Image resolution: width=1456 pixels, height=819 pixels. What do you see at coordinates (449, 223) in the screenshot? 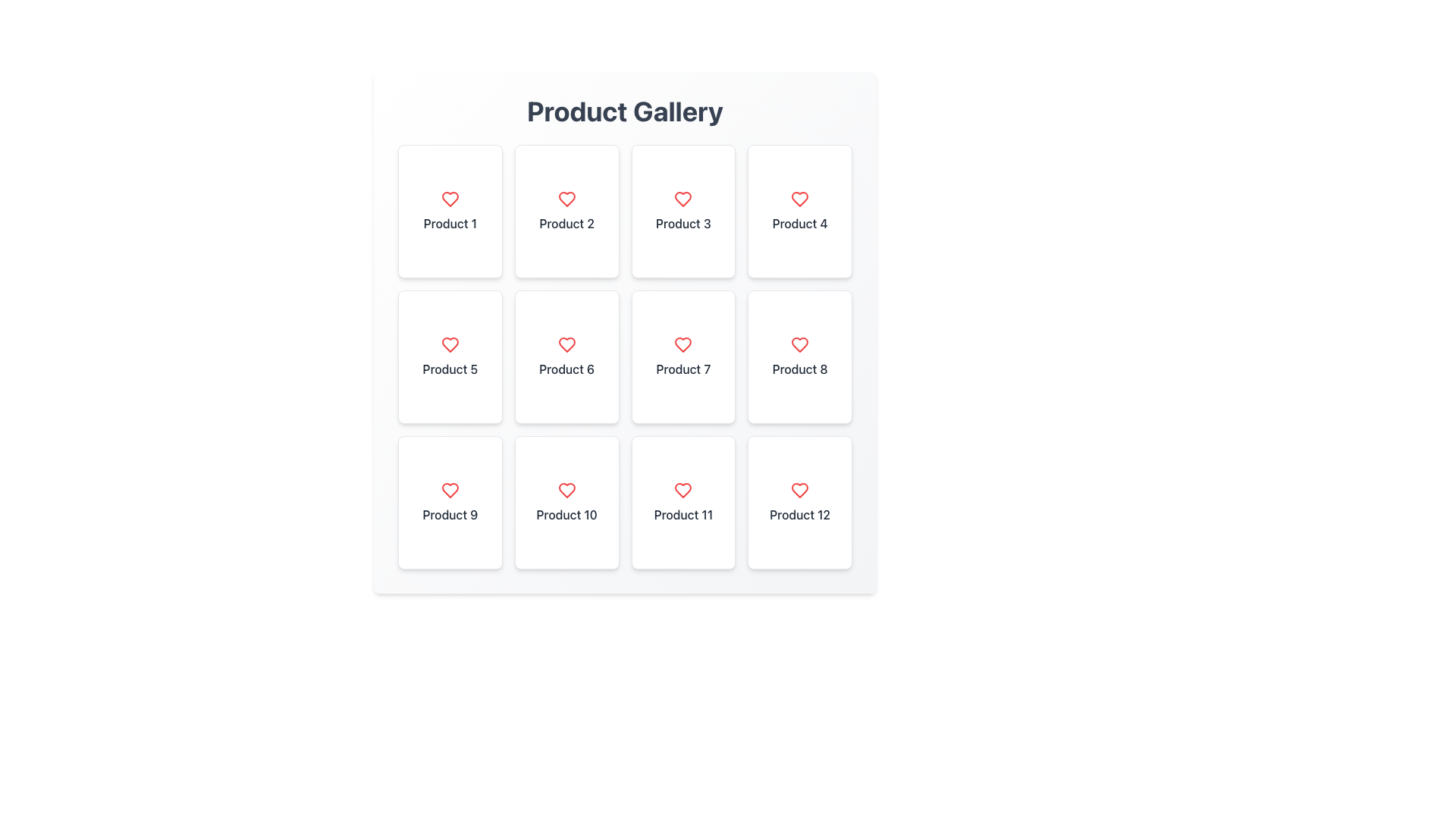
I see `the static text label that identifies 'Product 1' in the first product card of the grid layout` at bounding box center [449, 223].